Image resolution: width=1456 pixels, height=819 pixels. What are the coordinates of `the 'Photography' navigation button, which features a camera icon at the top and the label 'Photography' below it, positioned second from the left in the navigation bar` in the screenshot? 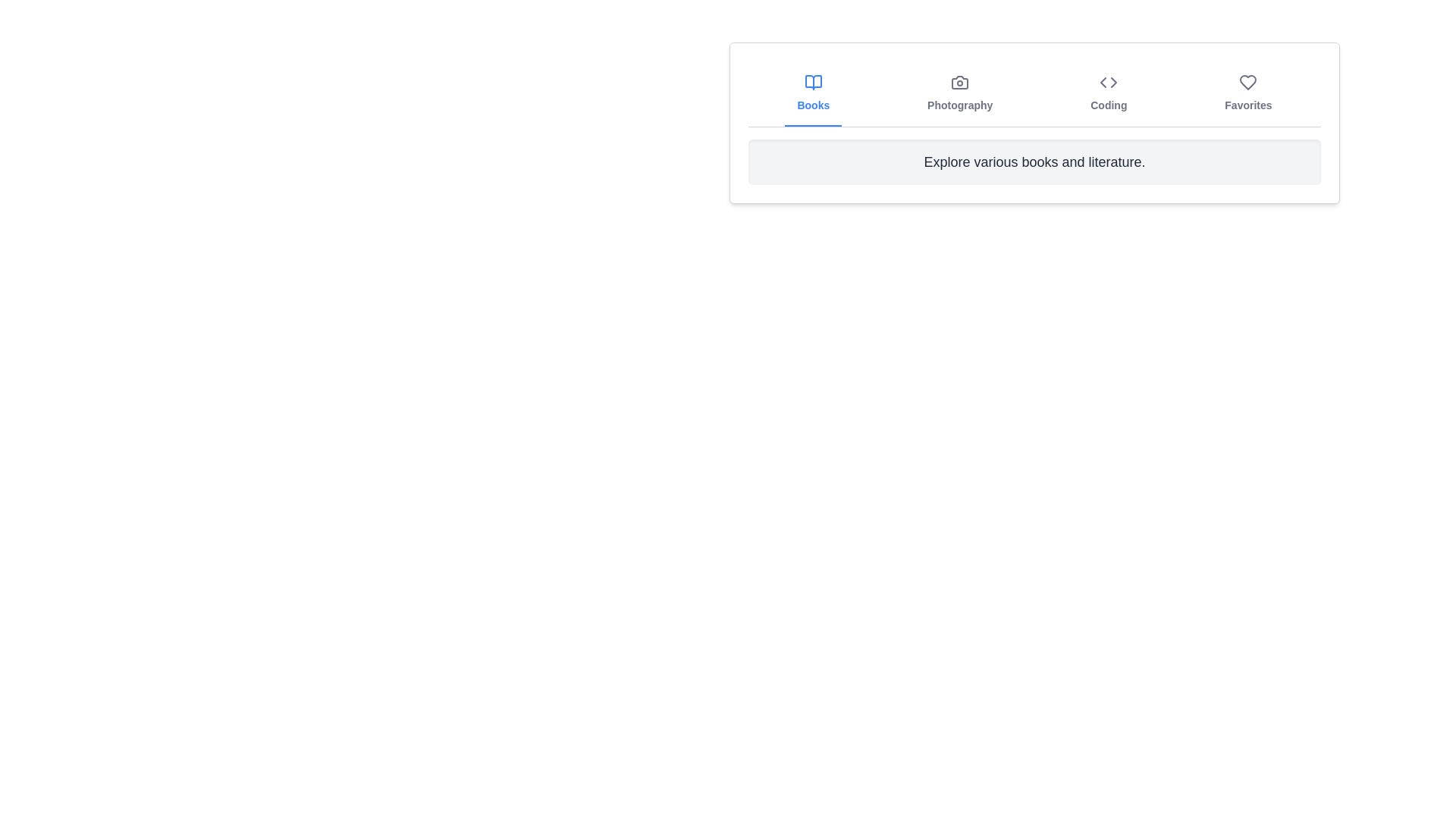 It's located at (959, 93).